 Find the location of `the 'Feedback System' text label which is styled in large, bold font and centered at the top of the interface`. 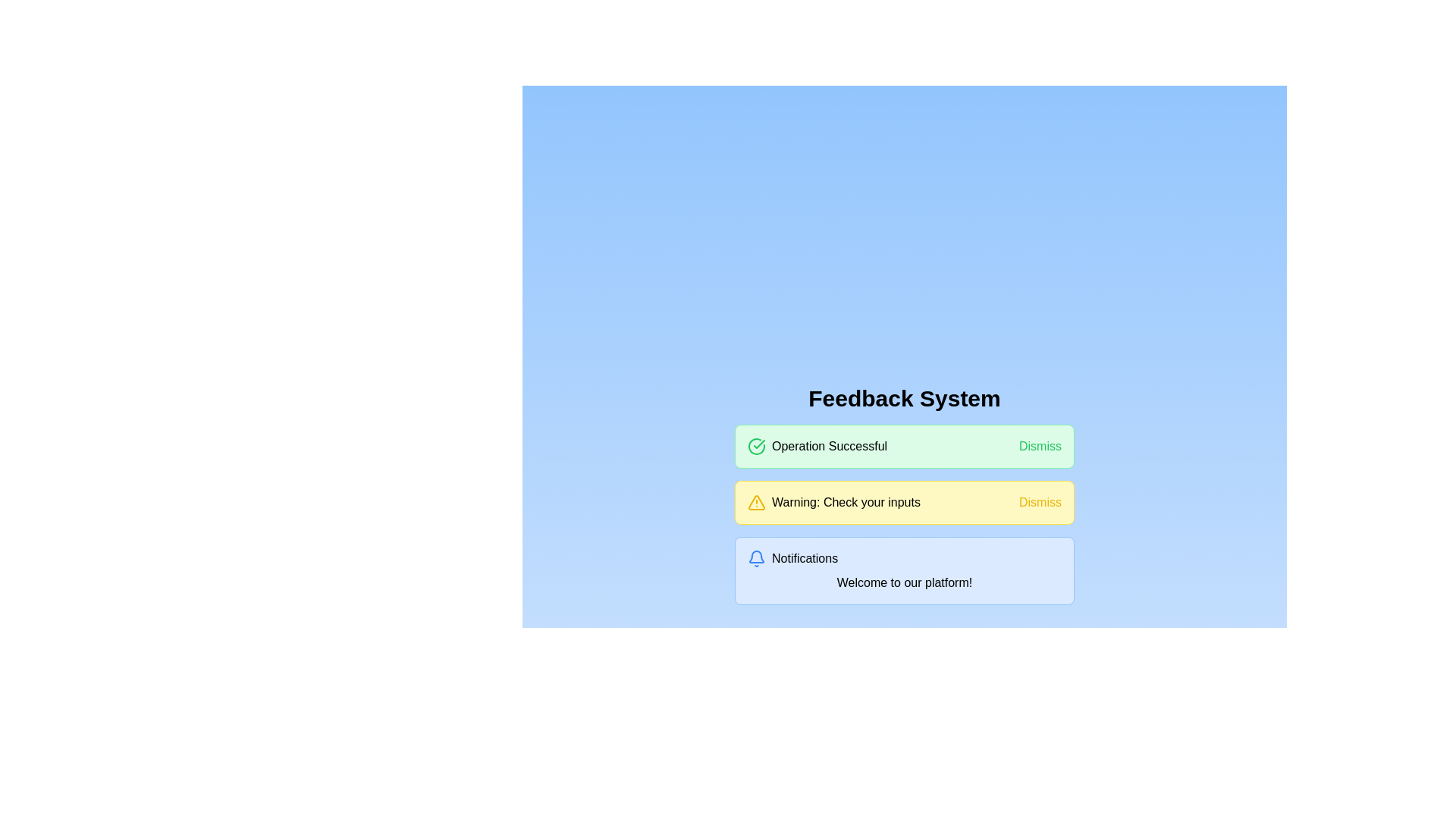

the 'Feedback System' text label which is styled in large, bold font and centered at the top of the interface is located at coordinates (905, 397).